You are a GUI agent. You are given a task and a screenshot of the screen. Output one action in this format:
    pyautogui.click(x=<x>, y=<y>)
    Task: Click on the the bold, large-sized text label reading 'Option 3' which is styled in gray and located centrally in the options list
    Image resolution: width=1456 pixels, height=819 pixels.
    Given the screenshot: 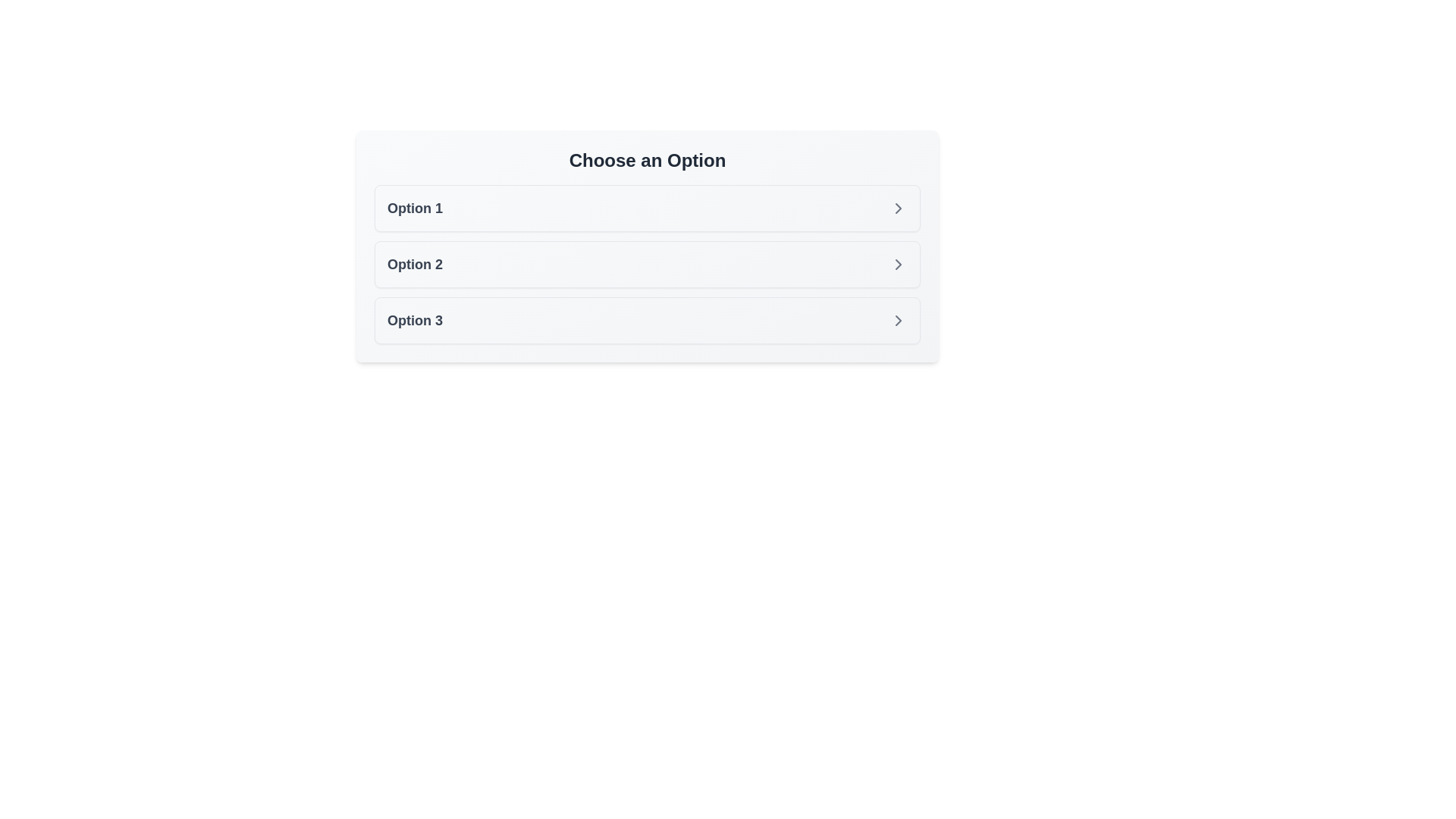 What is the action you would take?
    pyautogui.click(x=415, y=320)
    